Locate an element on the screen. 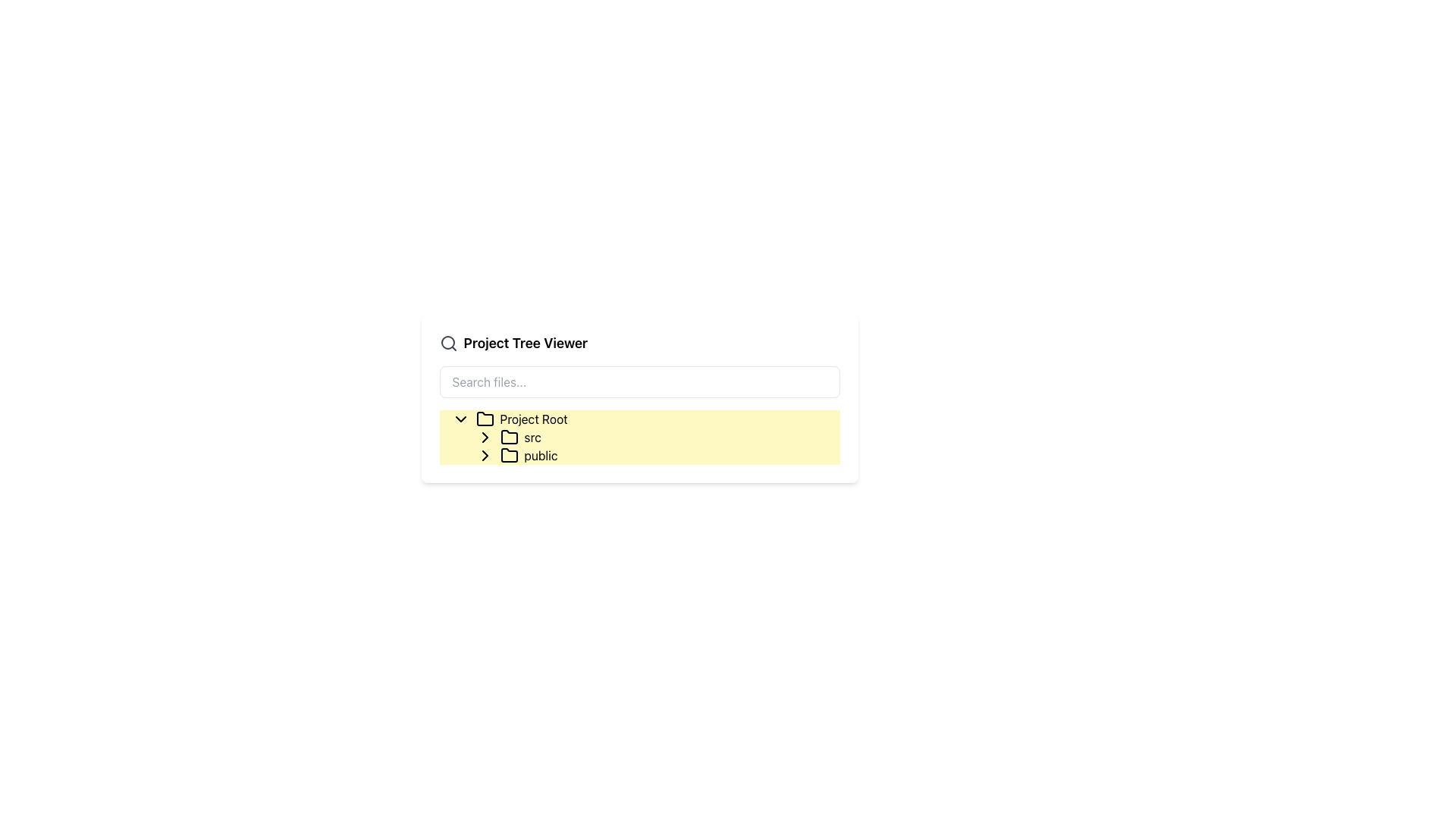 Image resolution: width=1456 pixels, height=819 pixels. the search icon located to the immediate left of the text 'Project Tree Viewer', which serves as an interactive element suggesting search functionality is located at coordinates (447, 343).